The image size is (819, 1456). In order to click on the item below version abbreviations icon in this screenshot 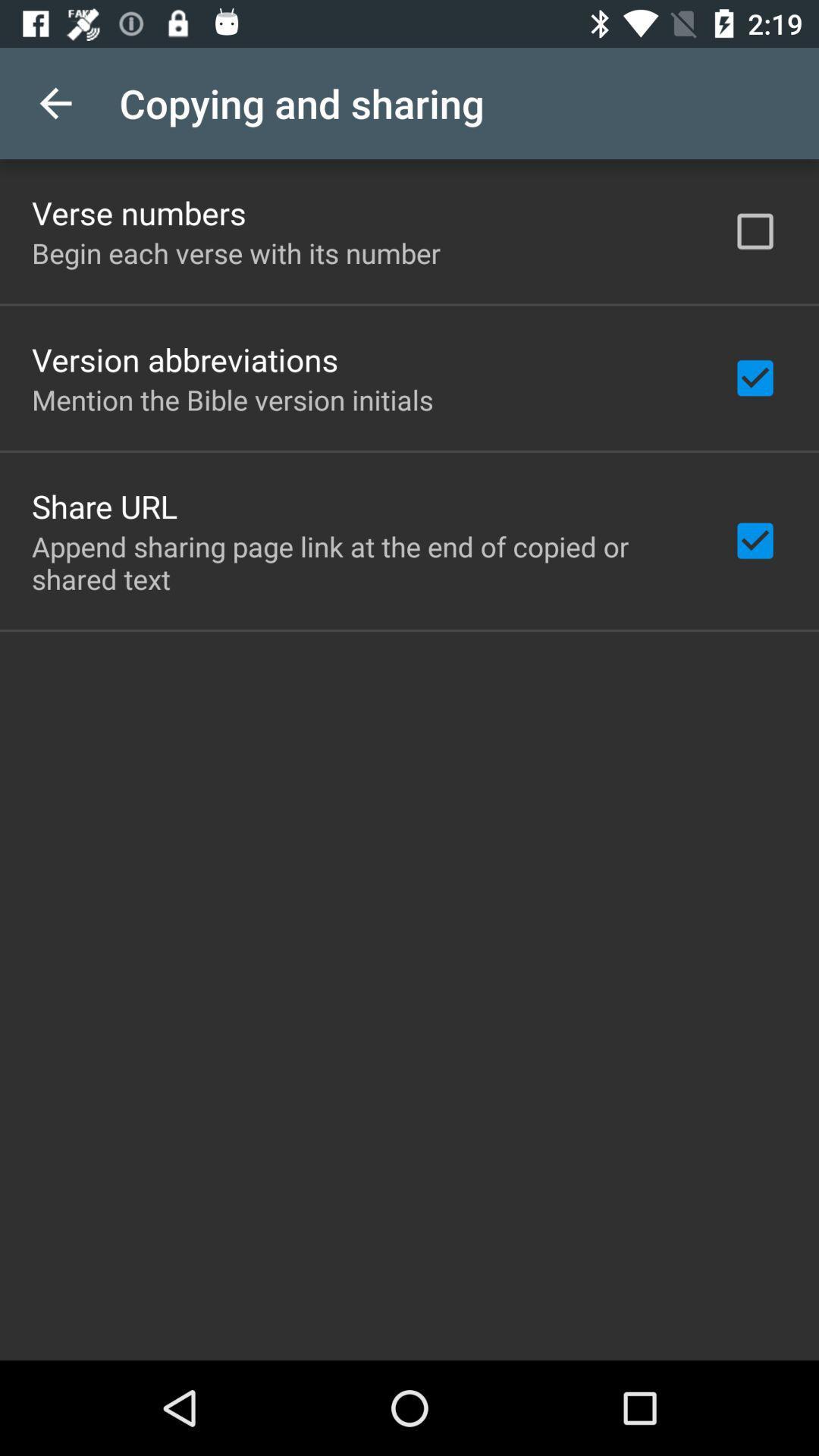, I will do `click(232, 400)`.